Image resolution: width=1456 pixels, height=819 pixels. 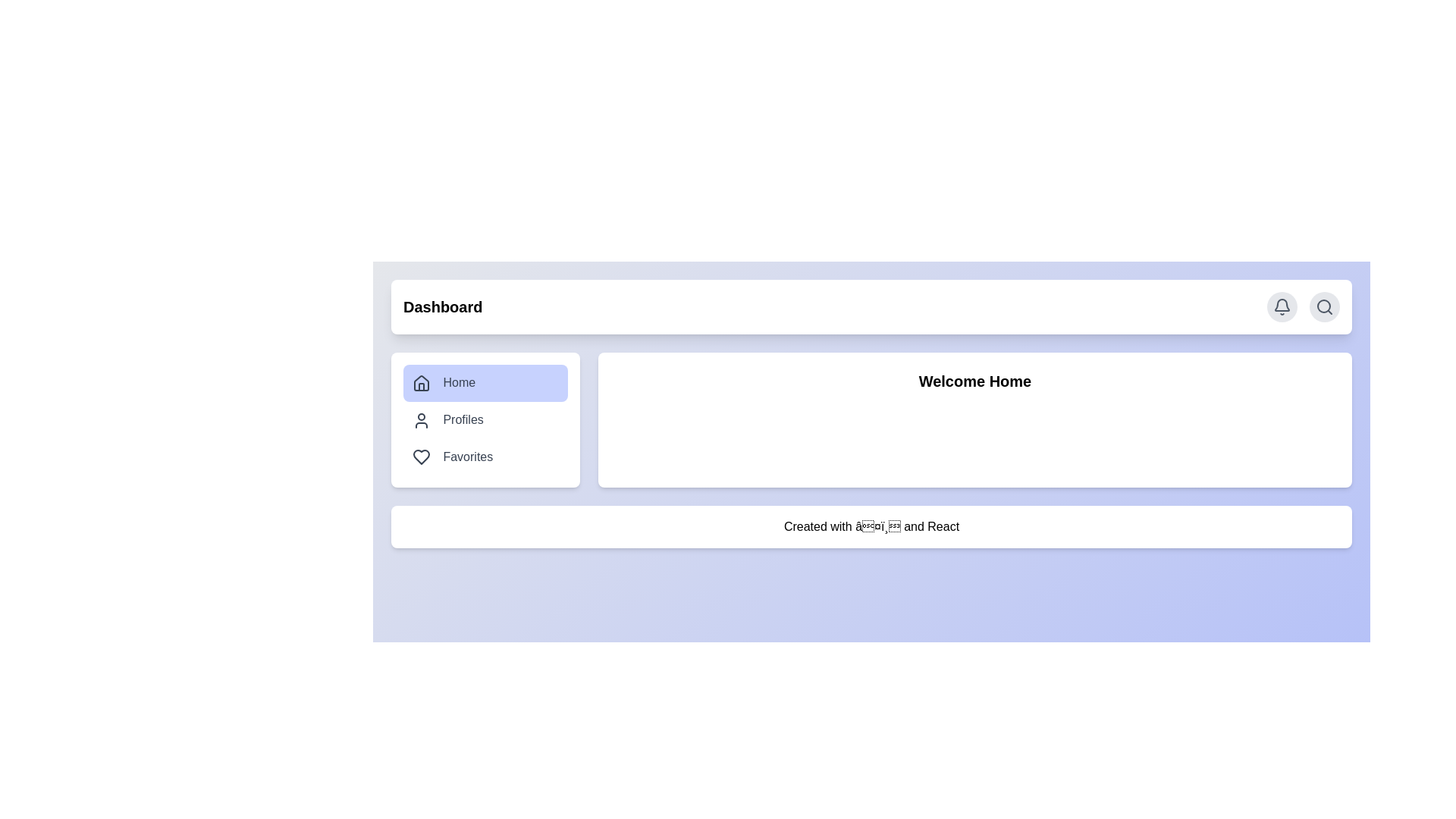 What do you see at coordinates (422, 456) in the screenshot?
I see `the heart-shaped outline icon in the vertical navigation menu` at bounding box center [422, 456].